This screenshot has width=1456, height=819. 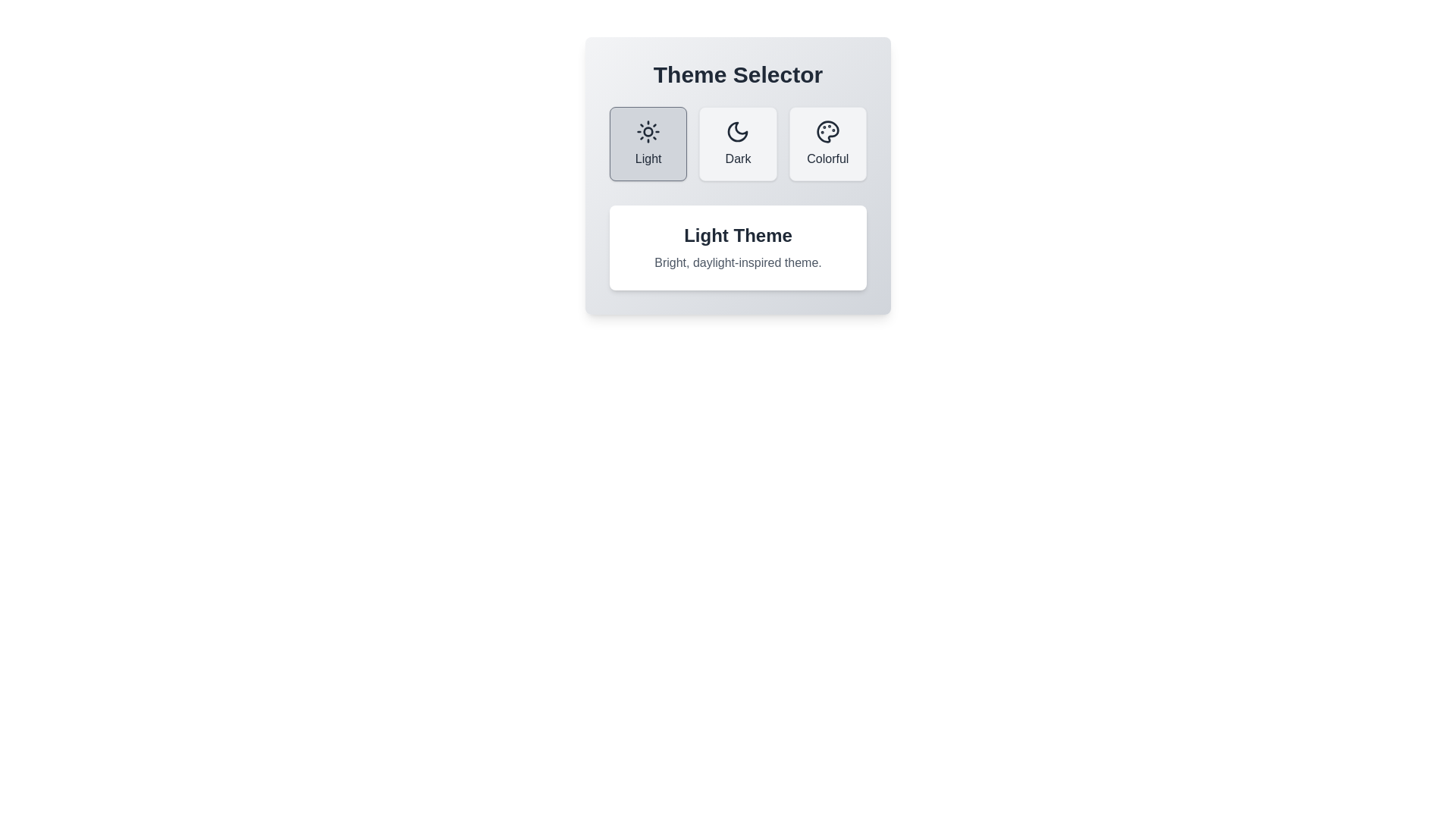 What do you see at coordinates (738, 143) in the screenshot?
I see `the 'Dark' theme button, which is a card-like rectangular box with rounded corners and a moon icon at the top-center` at bounding box center [738, 143].